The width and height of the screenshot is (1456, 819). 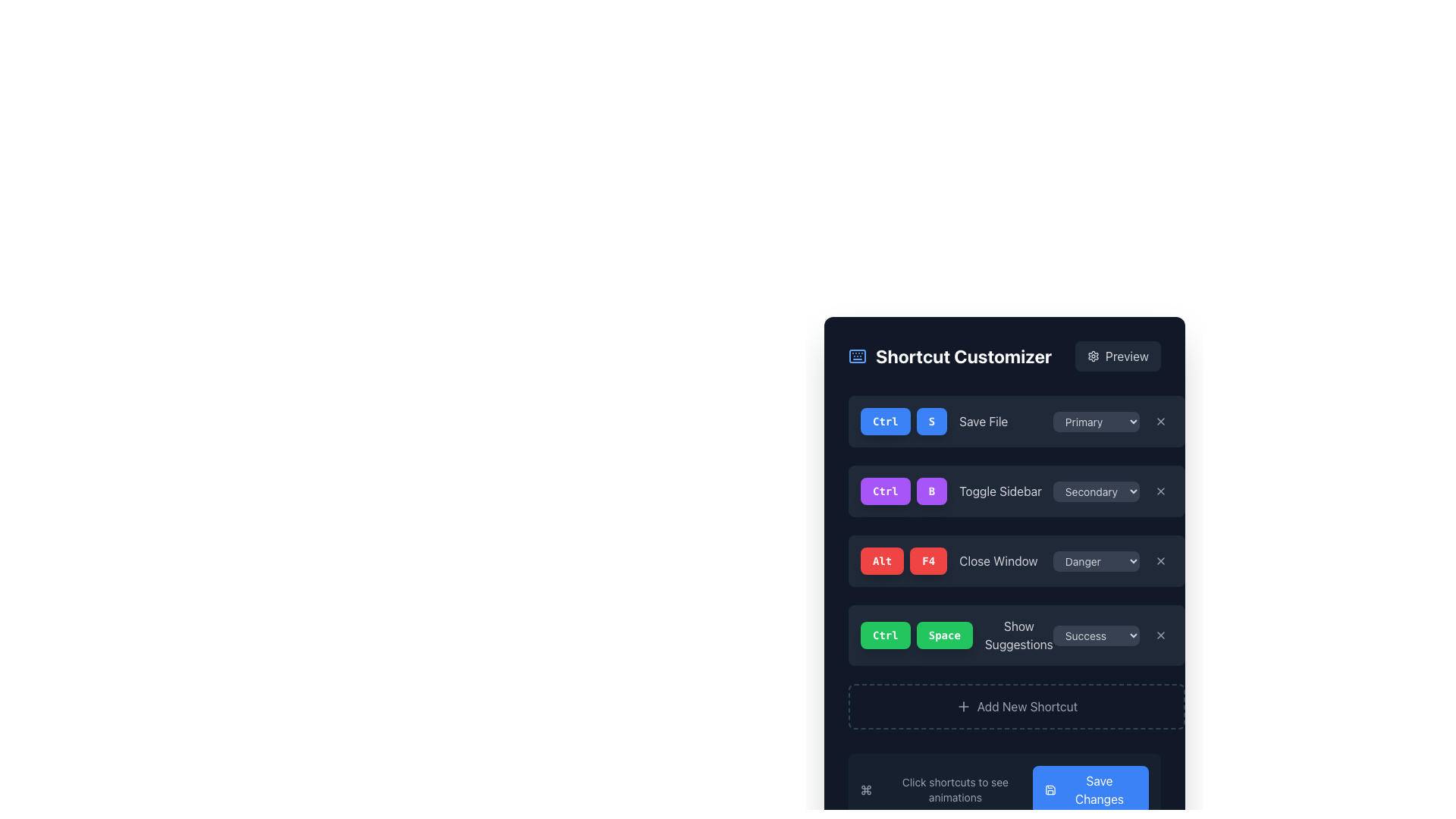 What do you see at coordinates (885, 491) in the screenshot?
I see `the 'Ctrl' button, which is the left button in a horizontal pair within the shortcut customization interface, located in the second row and preceding the 'B' button` at bounding box center [885, 491].